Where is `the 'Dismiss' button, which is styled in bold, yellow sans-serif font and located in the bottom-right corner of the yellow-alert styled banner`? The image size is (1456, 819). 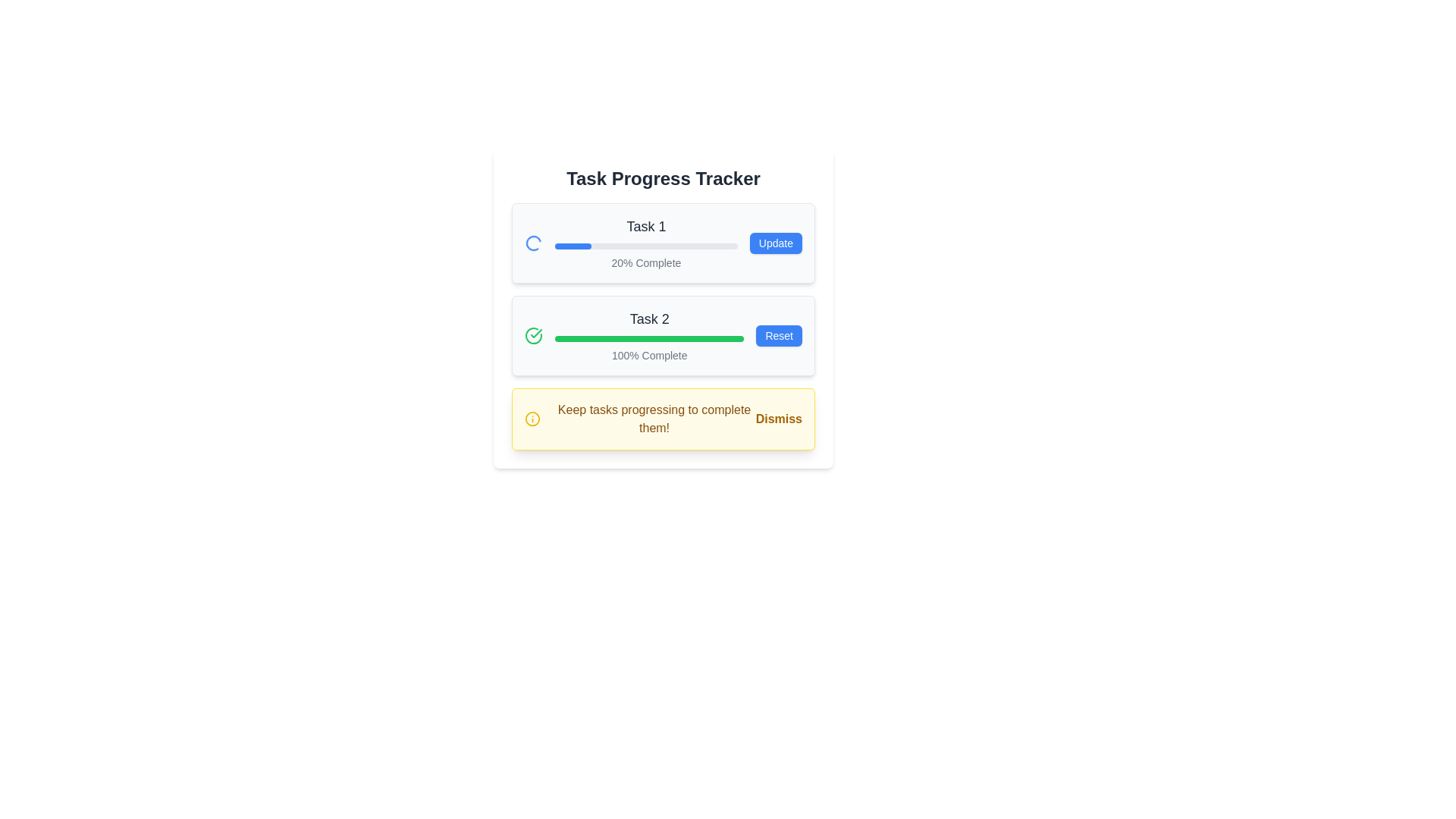 the 'Dismiss' button, which is styled in bold, yellow sans-serif font and located in the bottom-right corner of the yellow-alert styled banner is located at coordinates (779, 419).